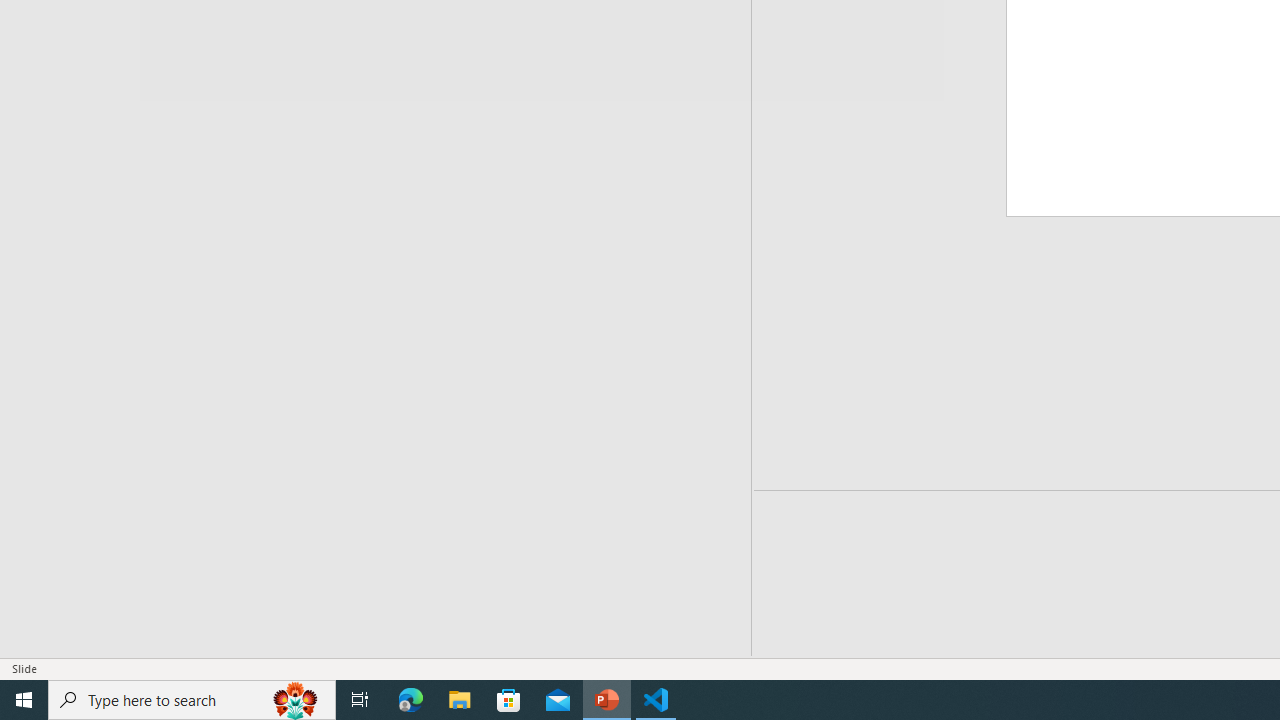 The image size is (1280, 720). I want to click on 'Microsoft Store', so click(509, 698).